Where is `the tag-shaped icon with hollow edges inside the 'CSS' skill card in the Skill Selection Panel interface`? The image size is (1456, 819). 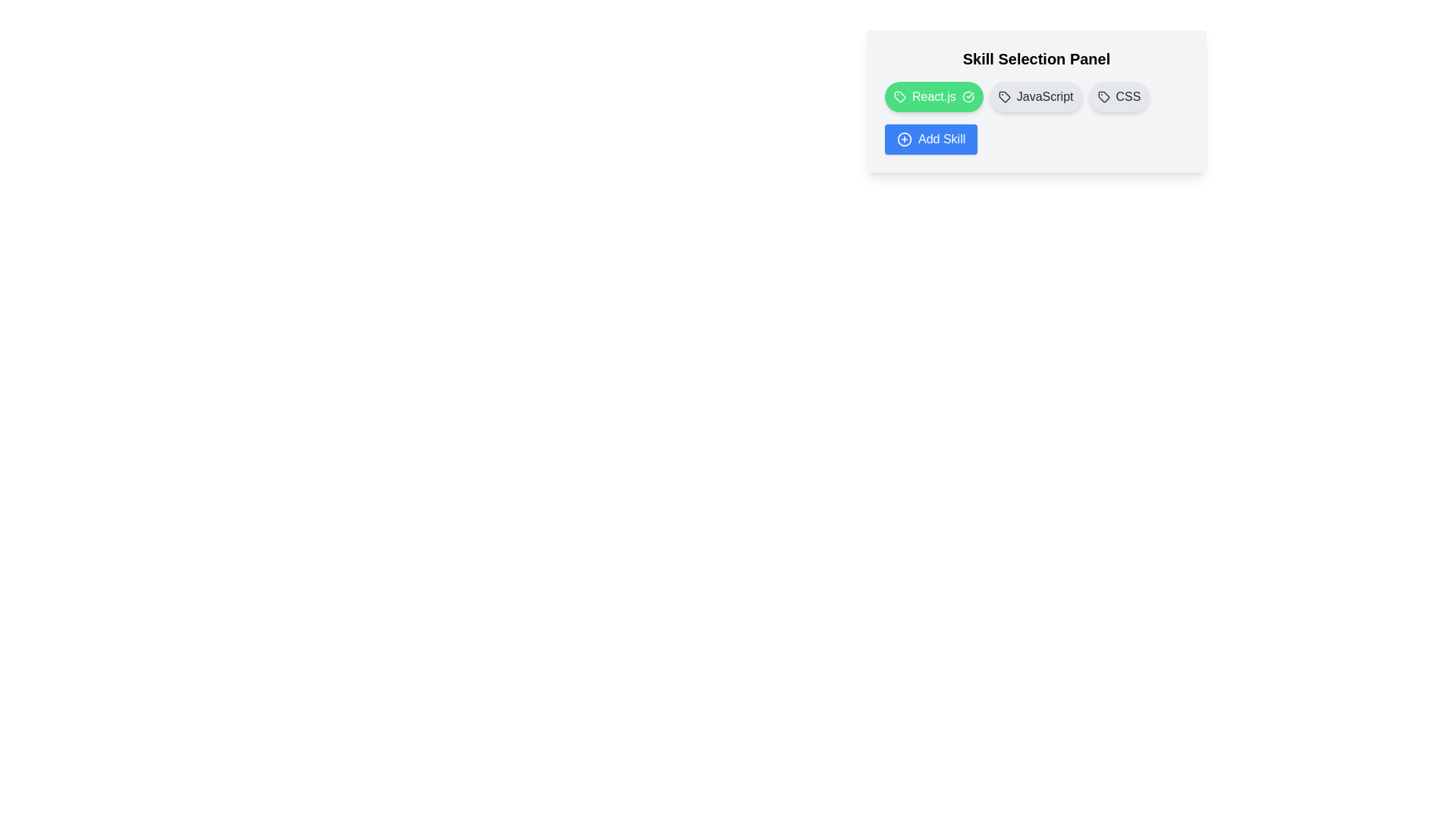 the tag-shaped icon with hollow edges inside the 'CSS' skill card in the Skill Selection Panel interface is located at coordinates (1103, 96).